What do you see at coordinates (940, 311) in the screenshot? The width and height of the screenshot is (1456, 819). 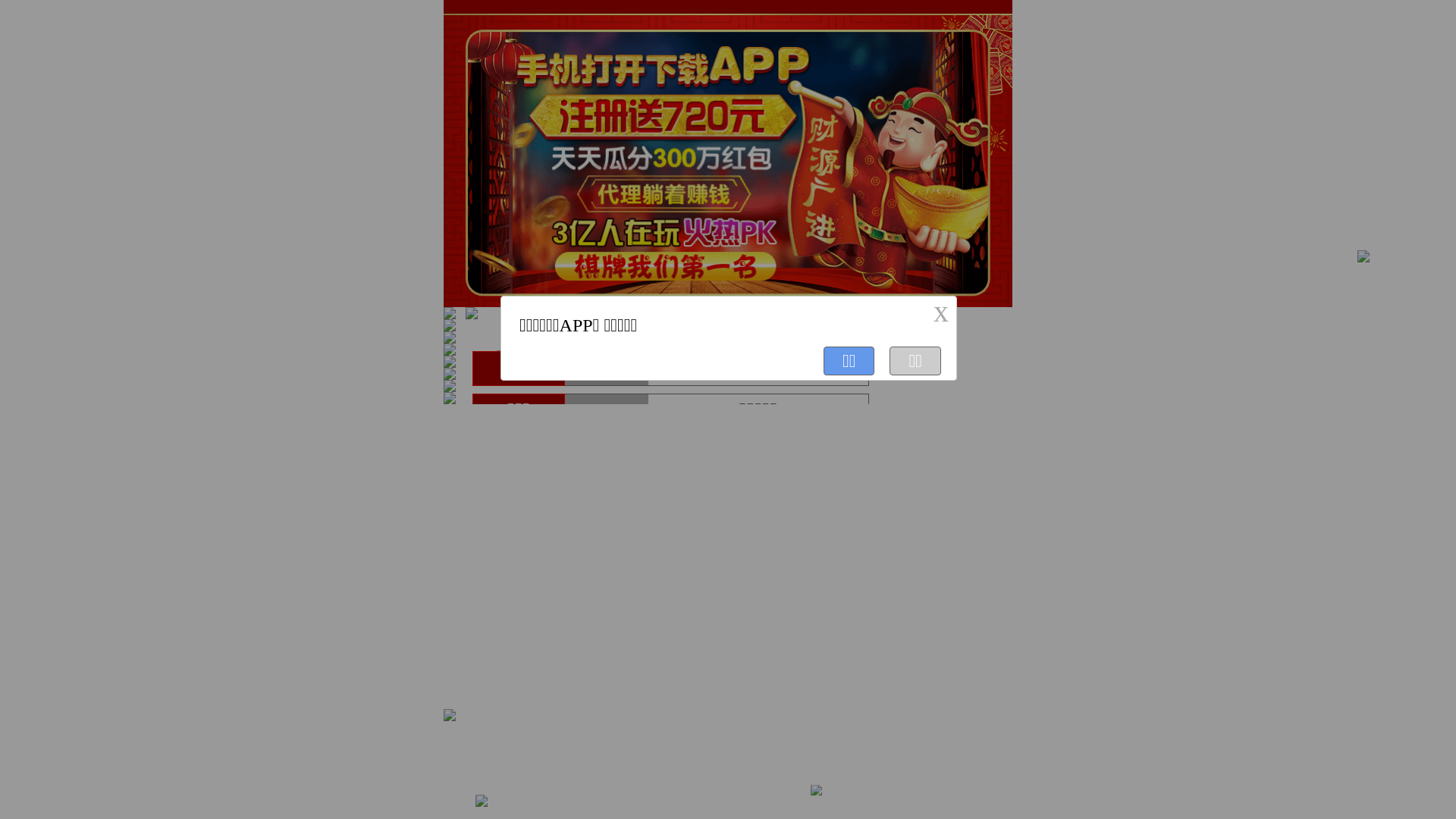 I see `'x'` at bounding box center [940, 311].